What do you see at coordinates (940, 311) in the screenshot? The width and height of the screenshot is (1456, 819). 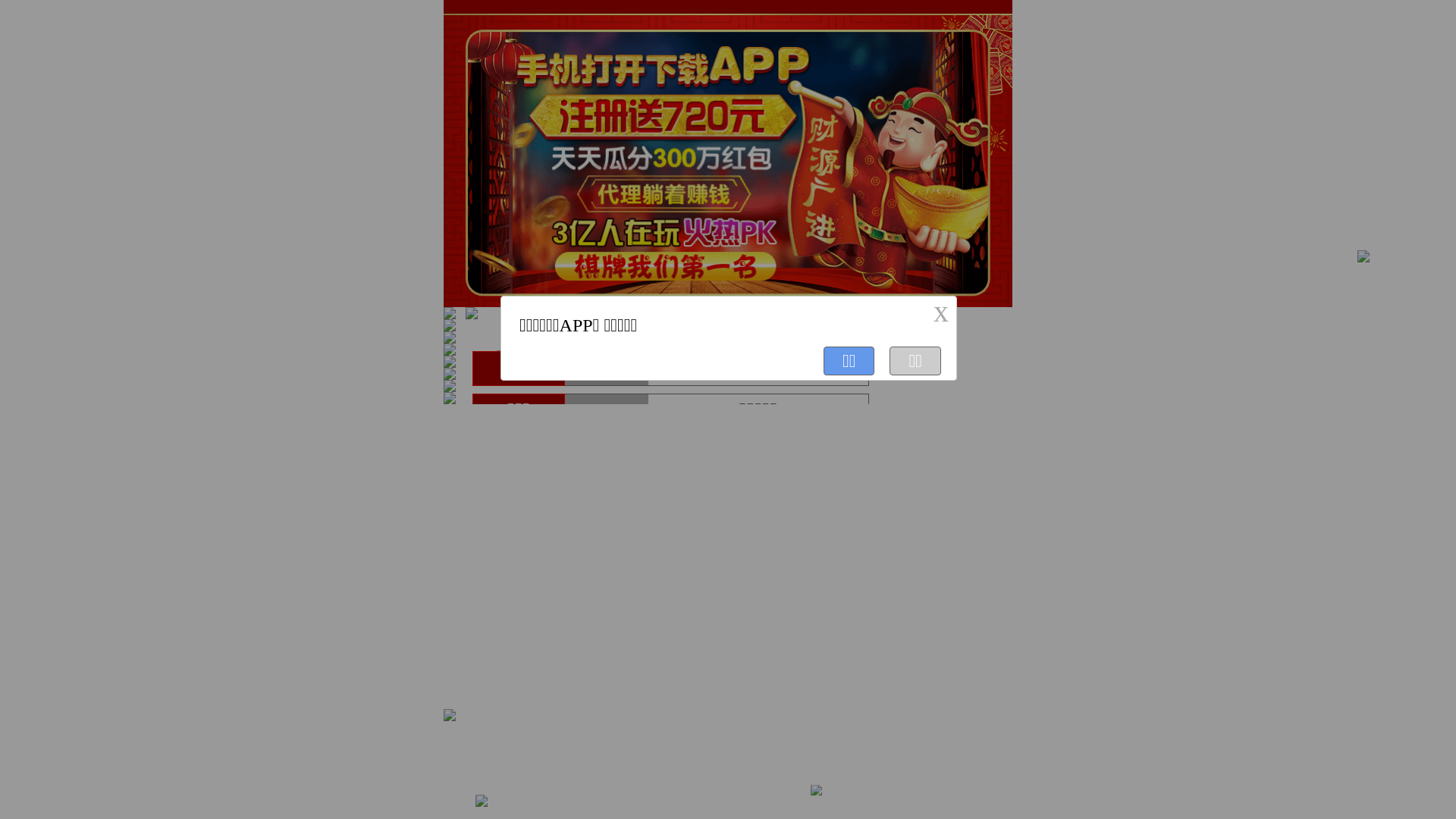 I see `'x'` at bounding box center [940, 311].